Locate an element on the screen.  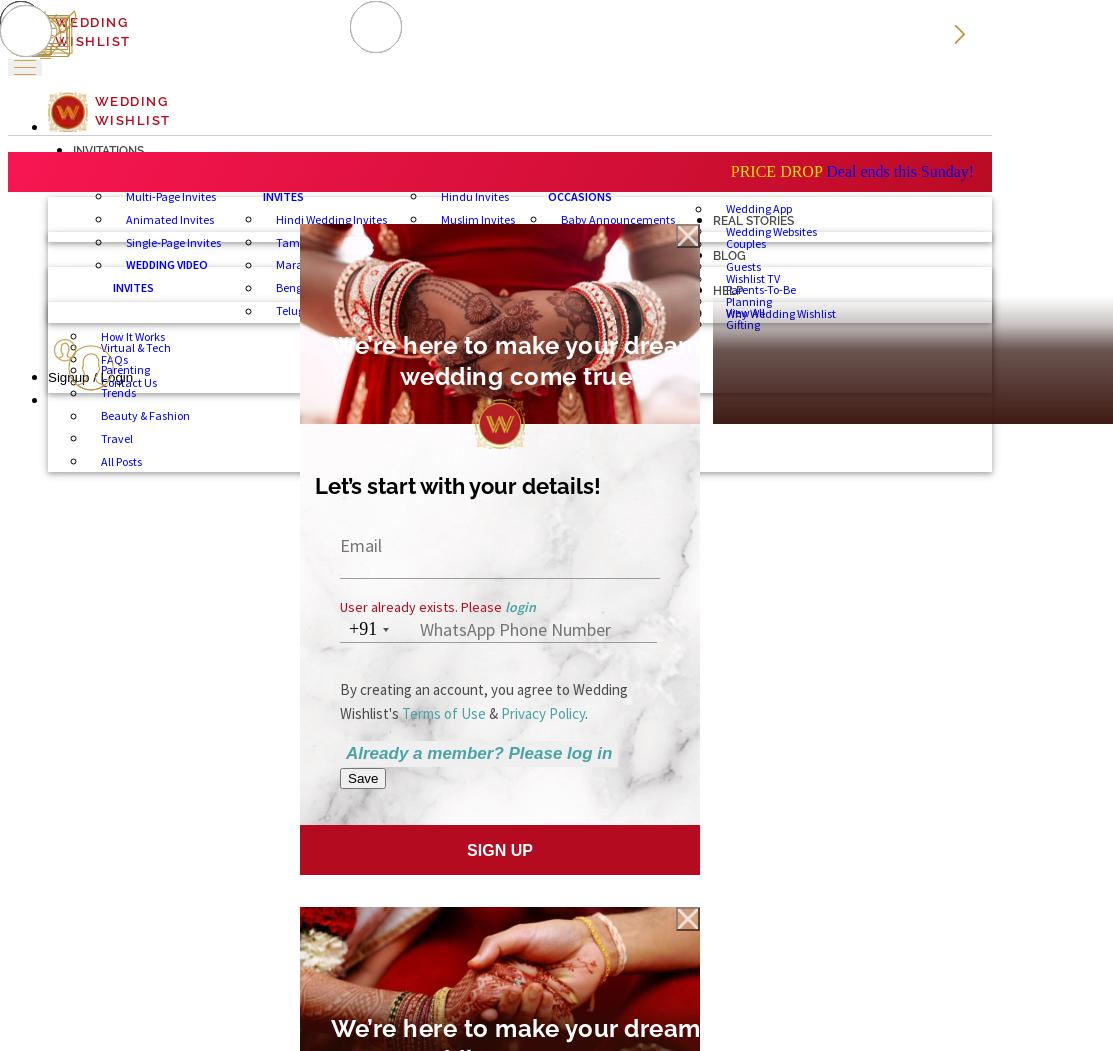
'Invitations' is located at coordinates (73, 148).